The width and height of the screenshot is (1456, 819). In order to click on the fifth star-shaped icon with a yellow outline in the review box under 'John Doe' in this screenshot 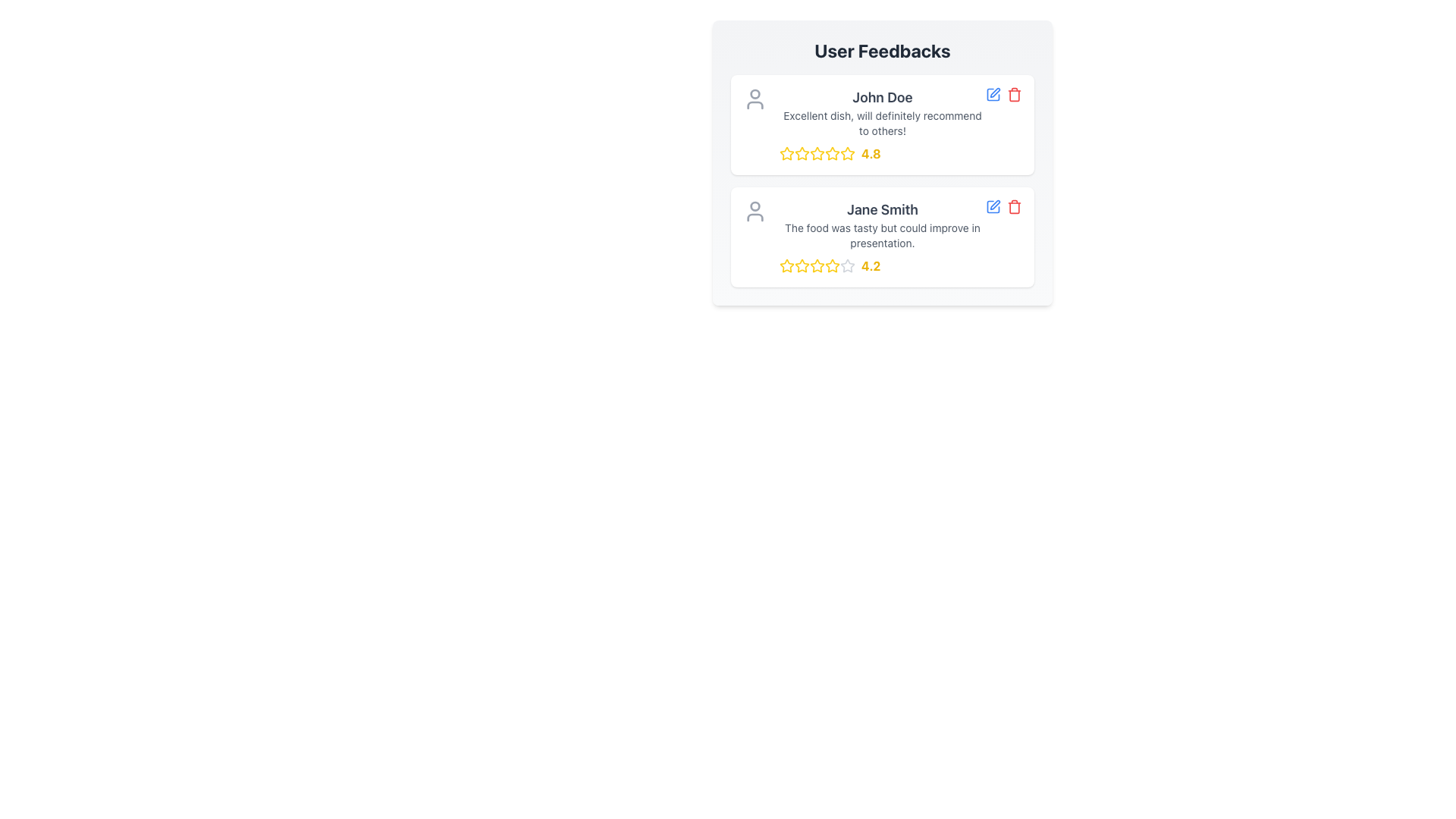, I will do `click(847, 154)`.